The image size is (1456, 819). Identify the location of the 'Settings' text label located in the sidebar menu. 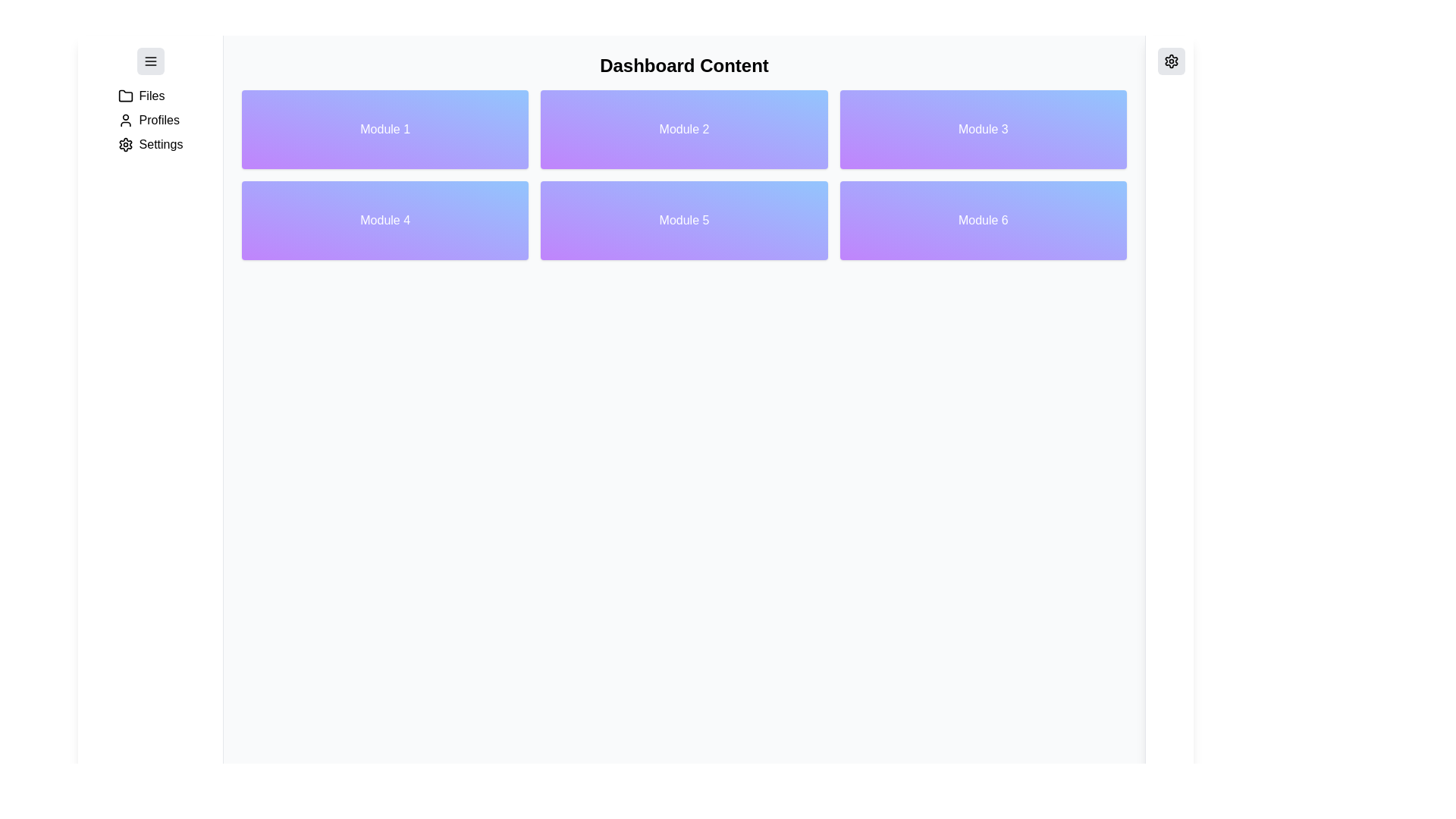
(161, 145).